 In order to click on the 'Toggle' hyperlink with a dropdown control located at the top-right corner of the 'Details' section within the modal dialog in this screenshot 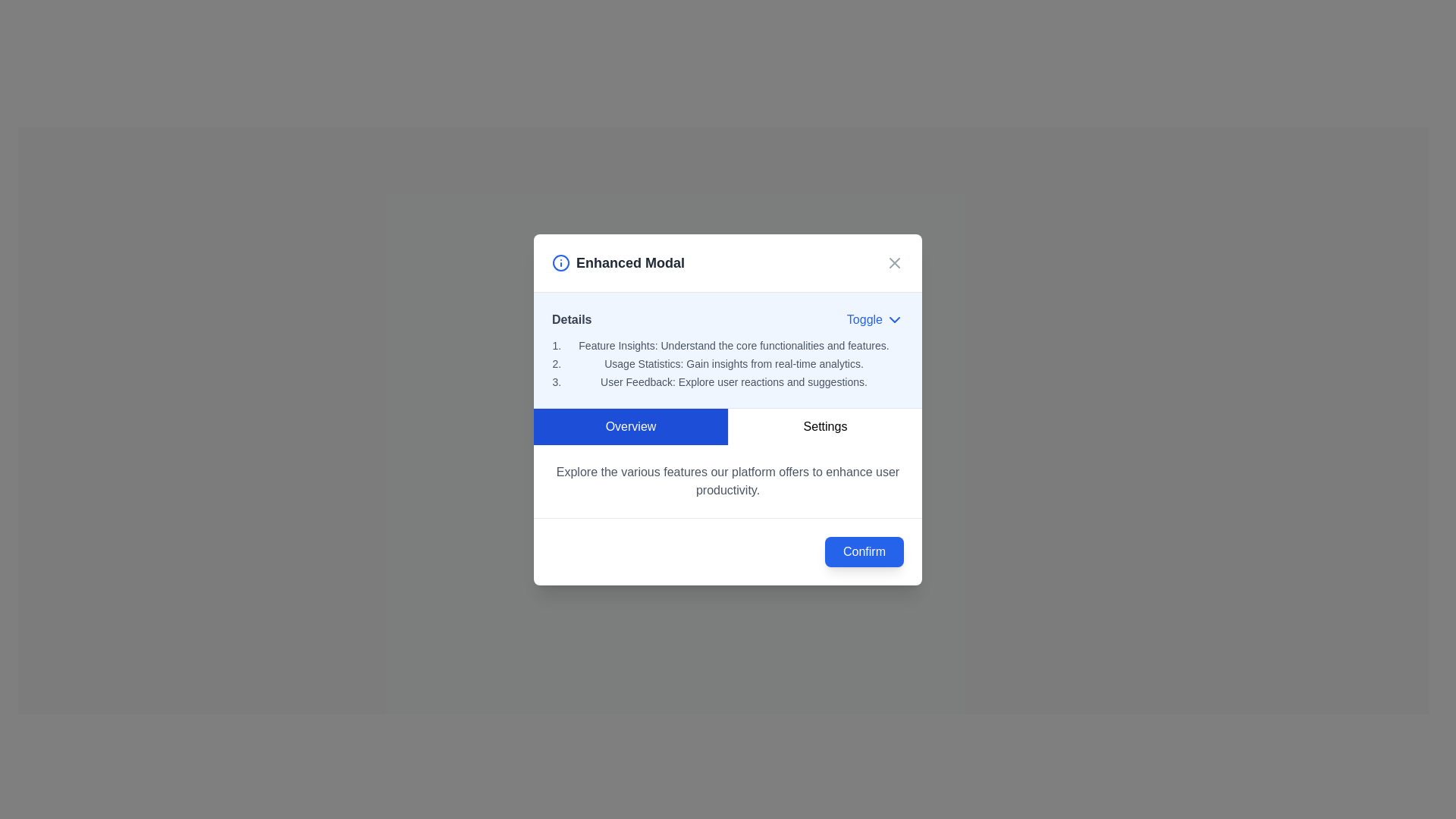, I will do `click(875, 318)`.